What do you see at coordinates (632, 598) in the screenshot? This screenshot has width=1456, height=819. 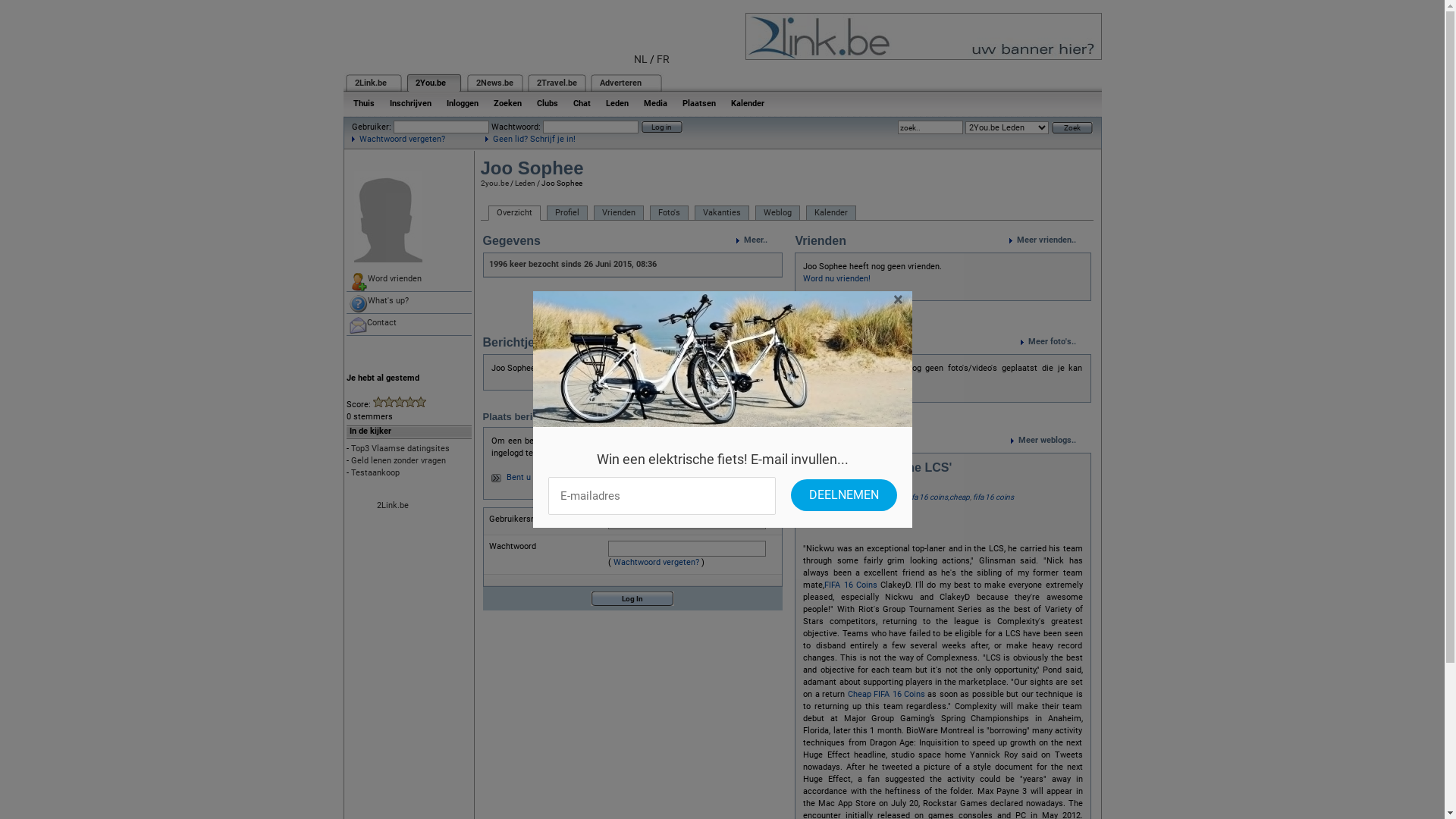 I see `'Log In'` at bounding box center [632, 598].